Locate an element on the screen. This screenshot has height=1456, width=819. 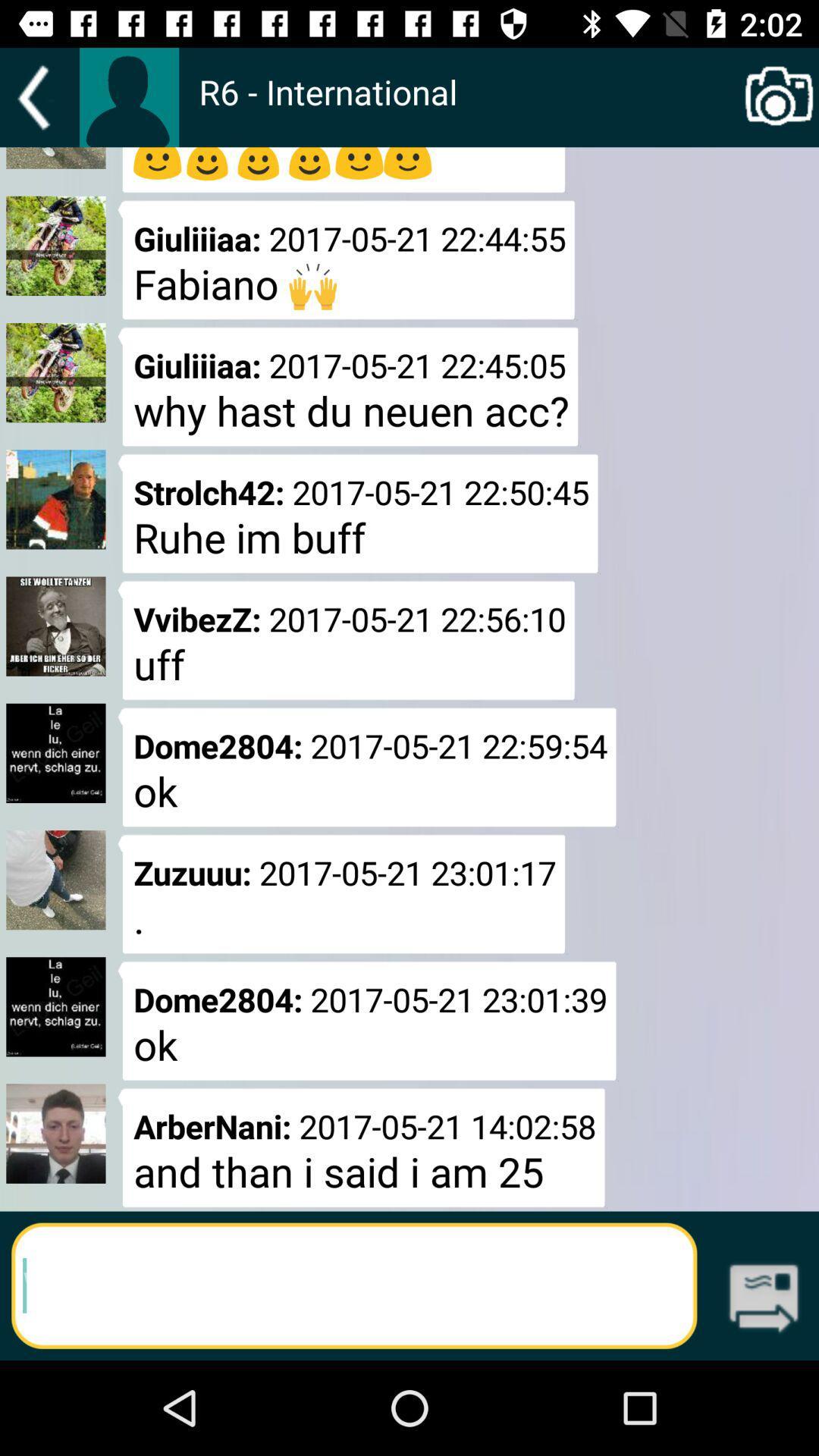
the icon below the dome2804 2017 05 is located at coordinates (362, 1147).